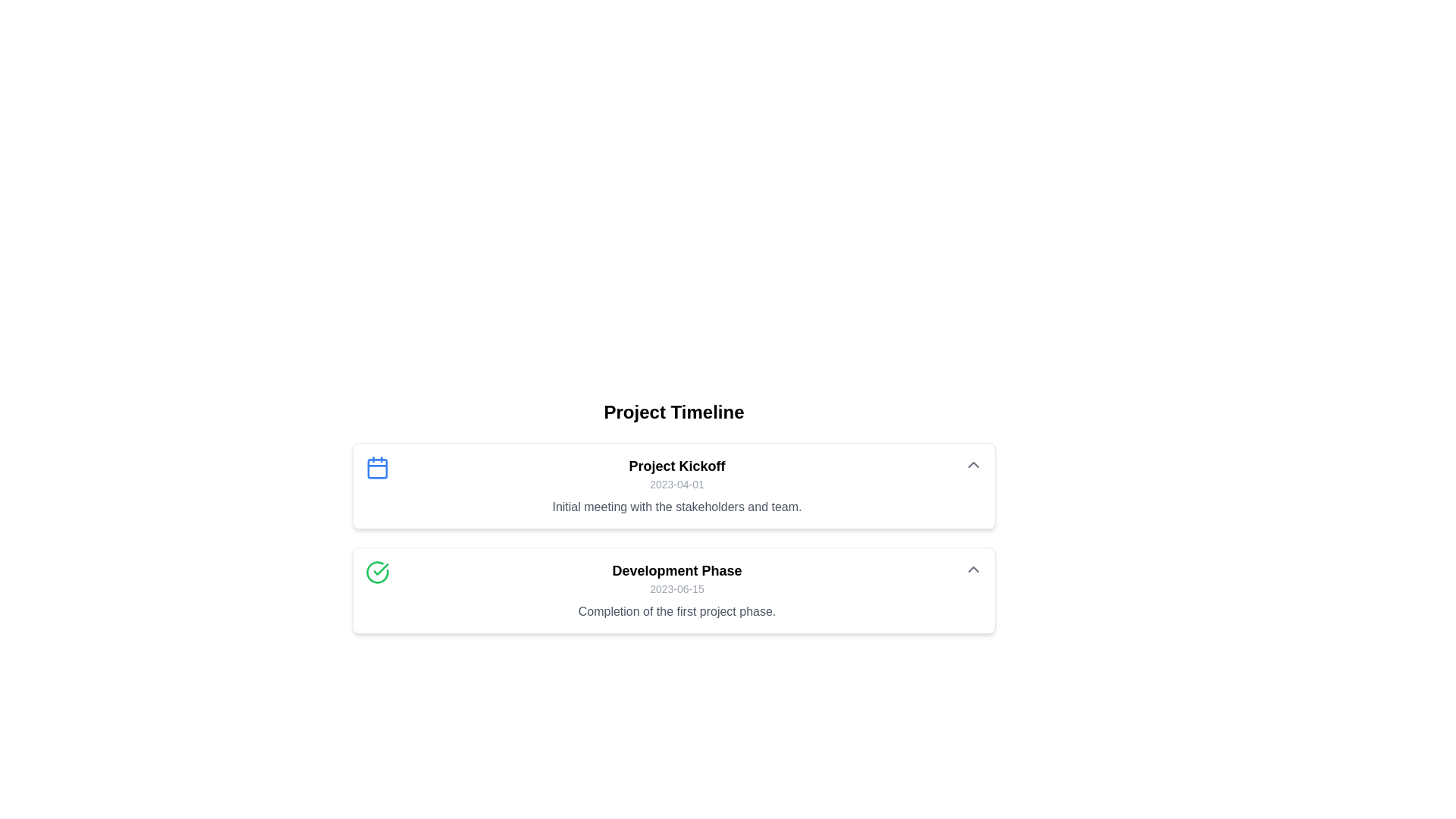 This screenshot has width=1456, height=819. I want to click on the text label displaying 'Initial meeting with the stakeholders and team.' located below the date '2023-04-01' in the 'Project Kickoff' section, so click(676, 507).